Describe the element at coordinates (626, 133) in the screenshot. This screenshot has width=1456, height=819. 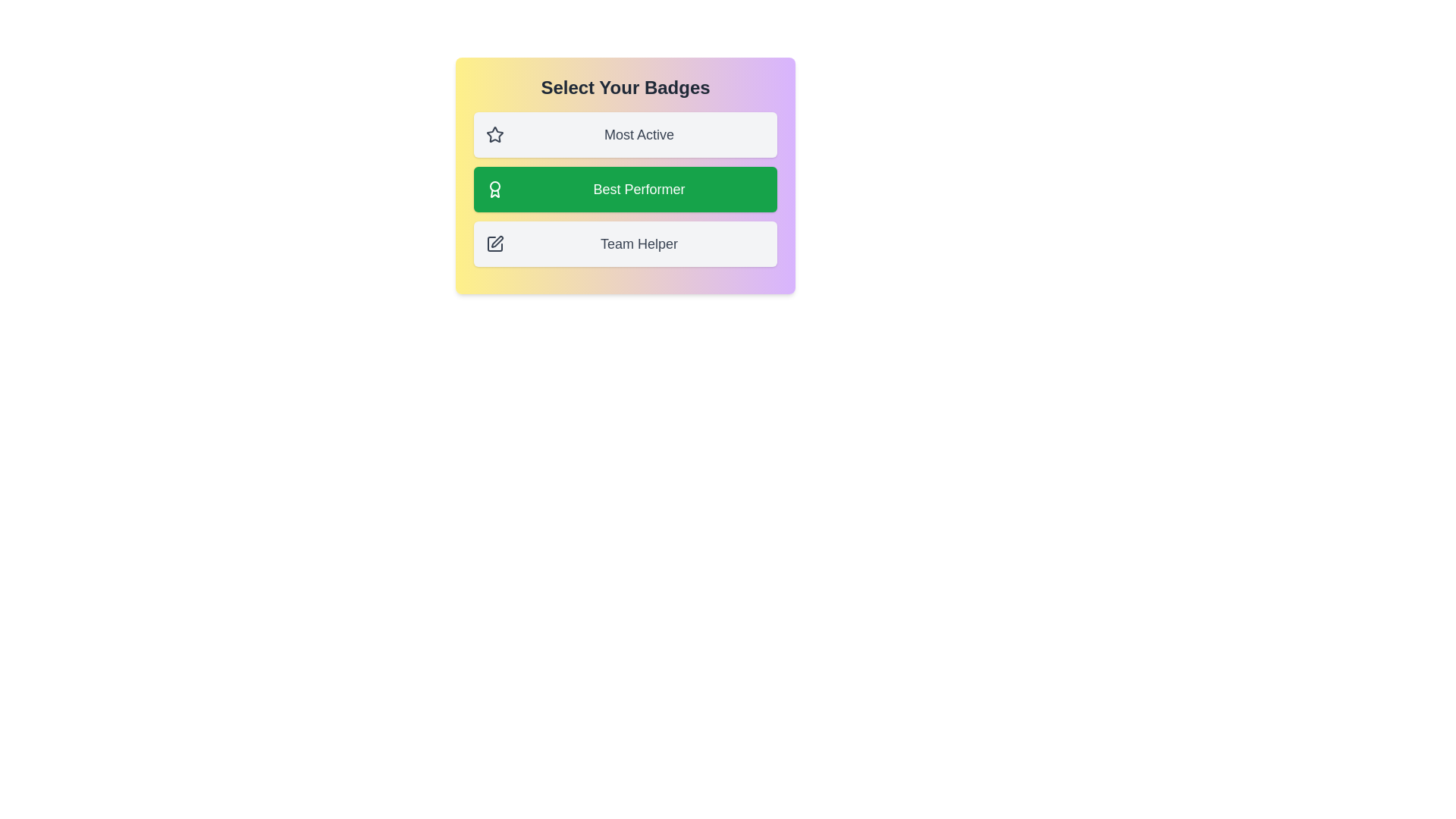
I see `the badge item Most Active` at that location.